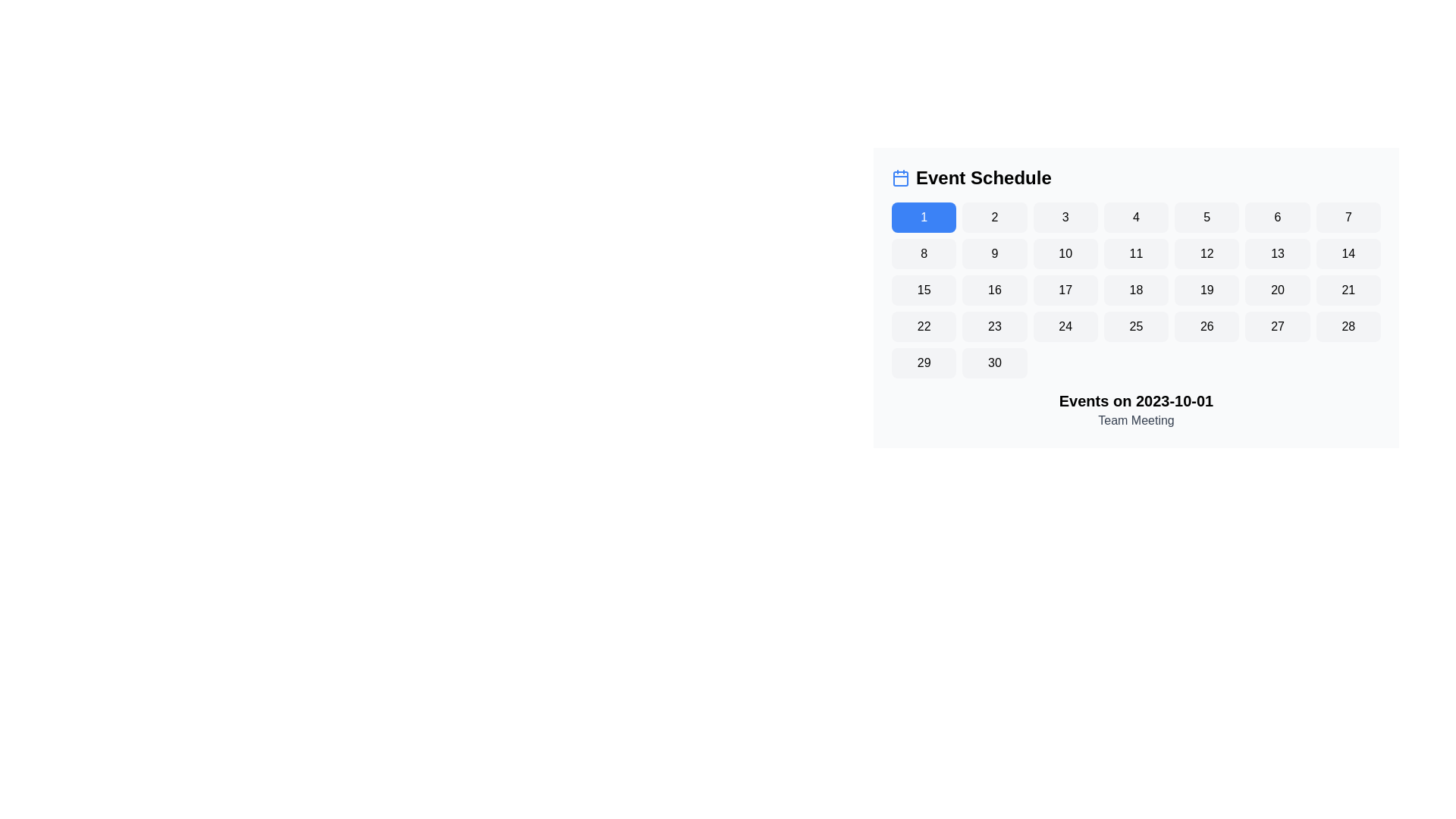 This screenshot has width=1456, height=819. I want to click on the interactive date button representing the date '30', so click(994, 362).